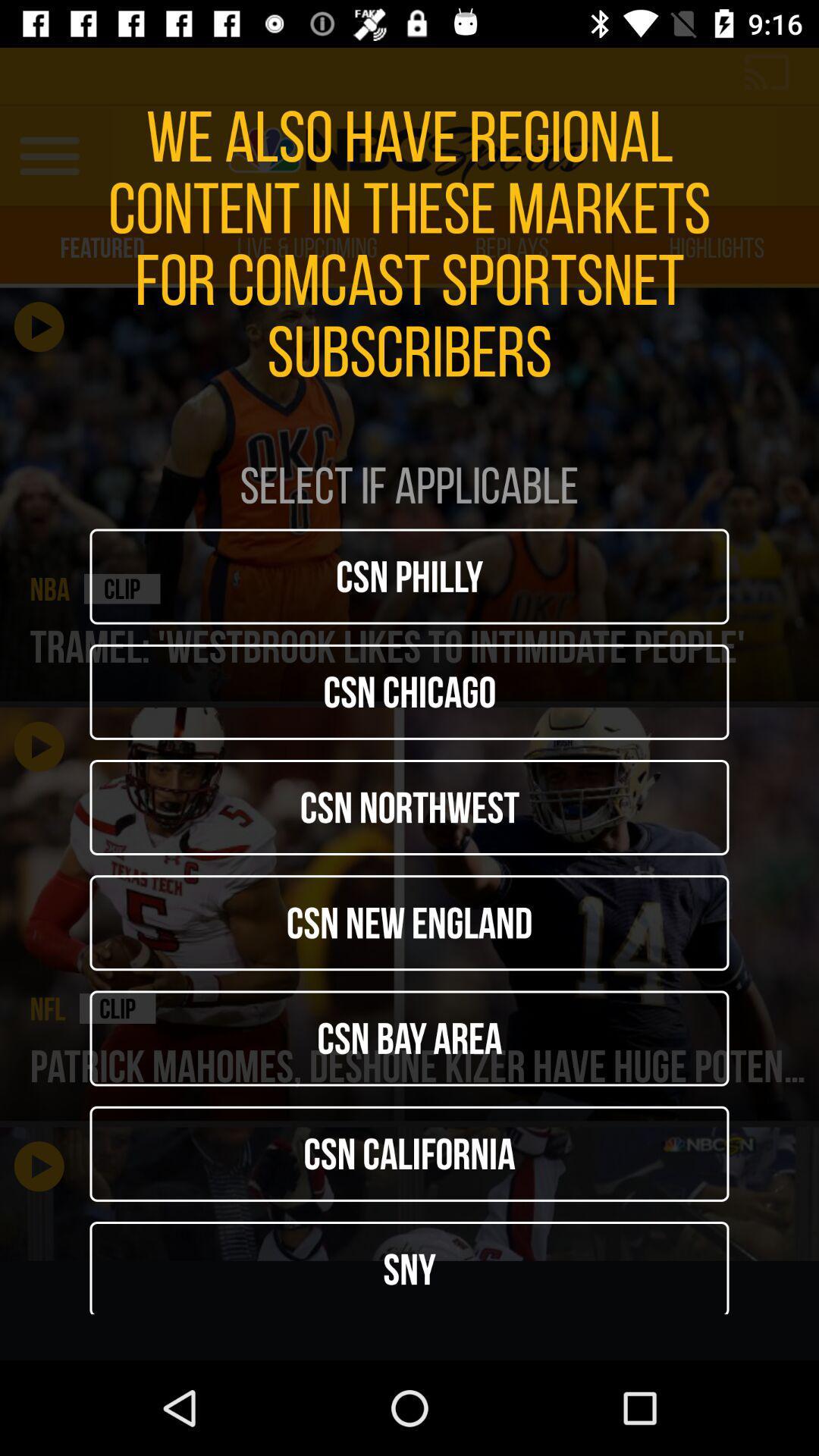 This screenshot has width=819, height=1456. What do you see at coordinates (409, 576) in the screenshot?
I see `csn philly item` at bounding box center [409, 576].